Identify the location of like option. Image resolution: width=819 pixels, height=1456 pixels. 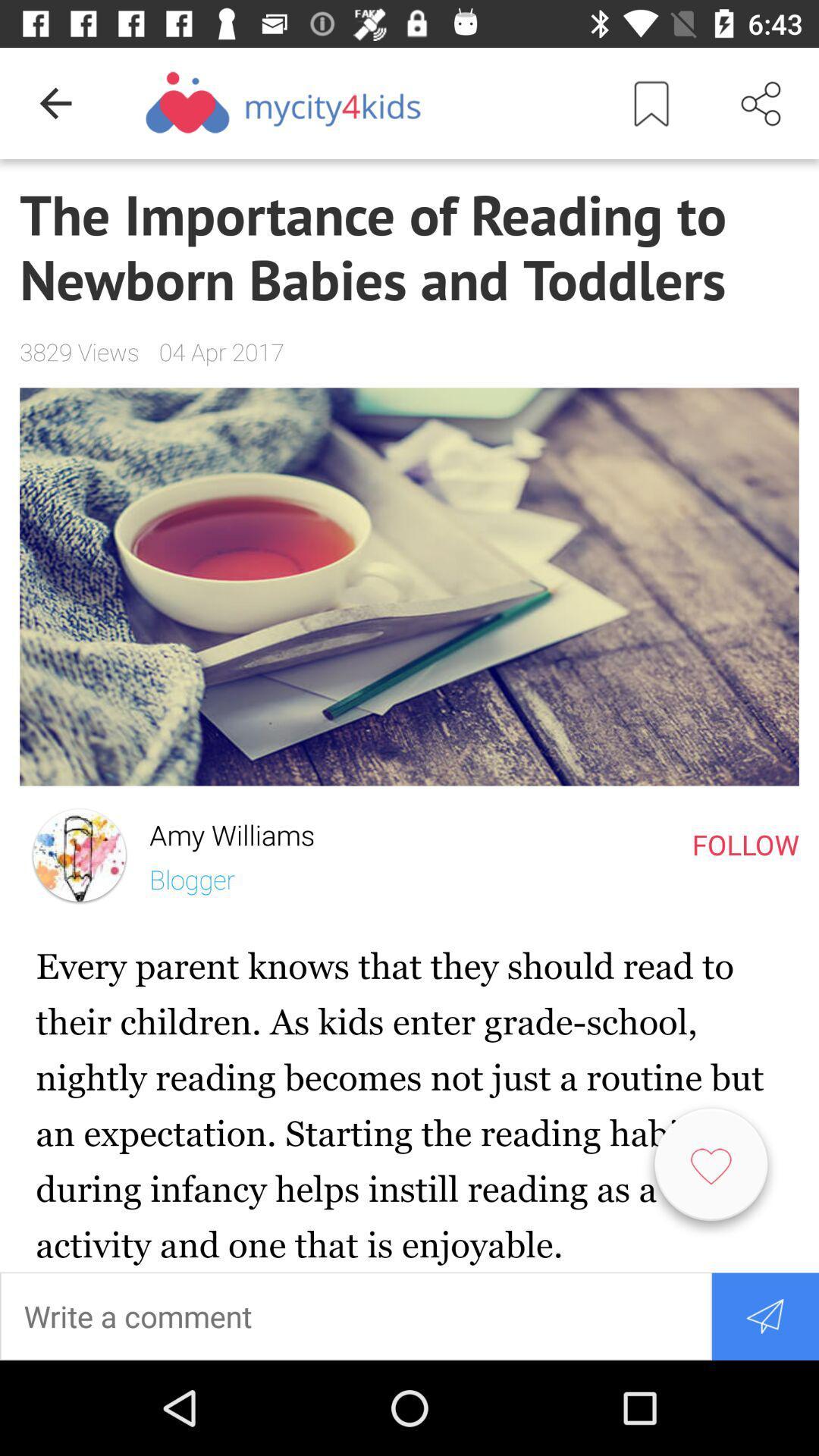
(711, 1169).